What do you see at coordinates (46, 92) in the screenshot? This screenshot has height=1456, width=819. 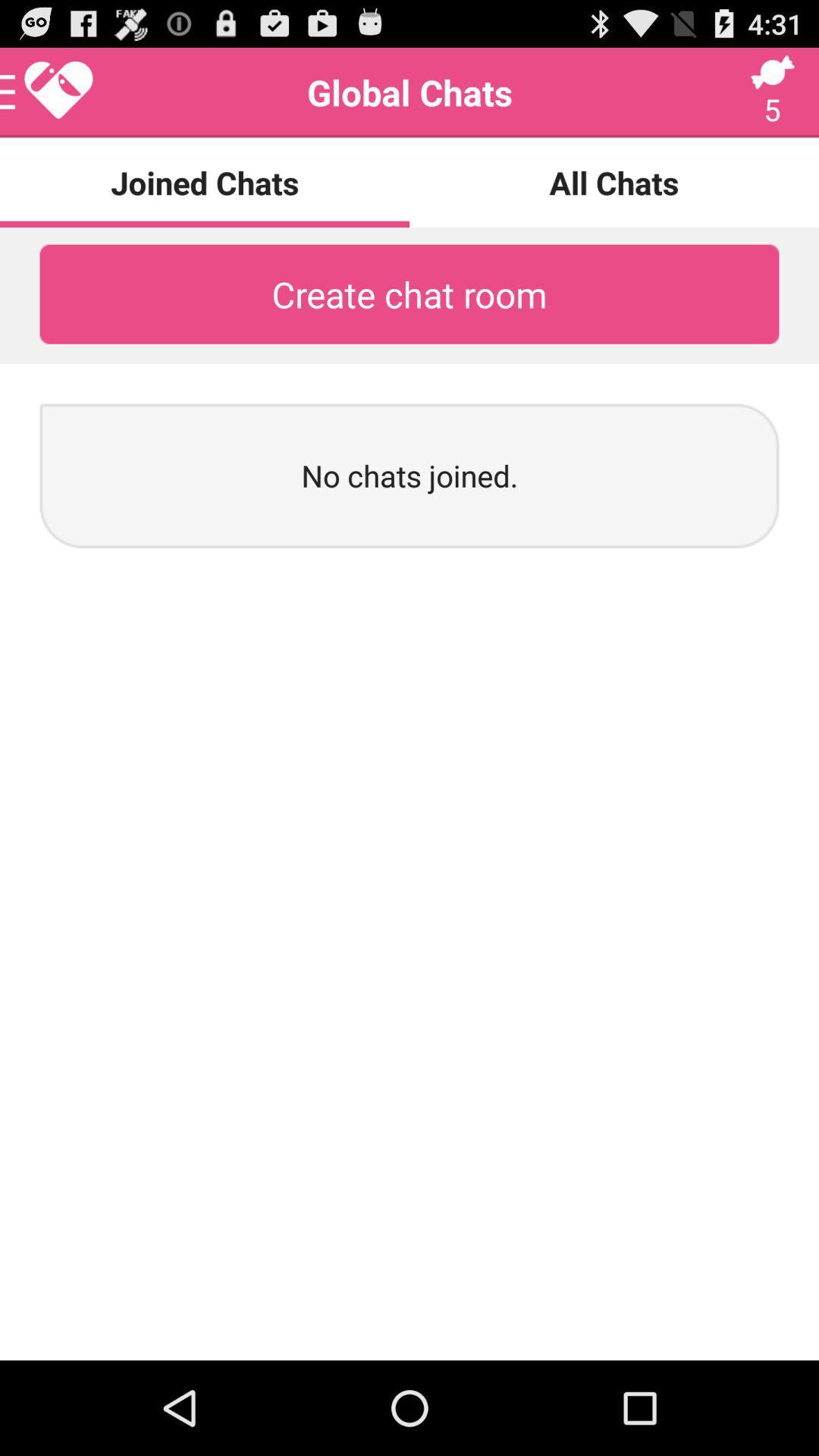 I see `icon to the left of all chats` at bounding box center [46, 92].